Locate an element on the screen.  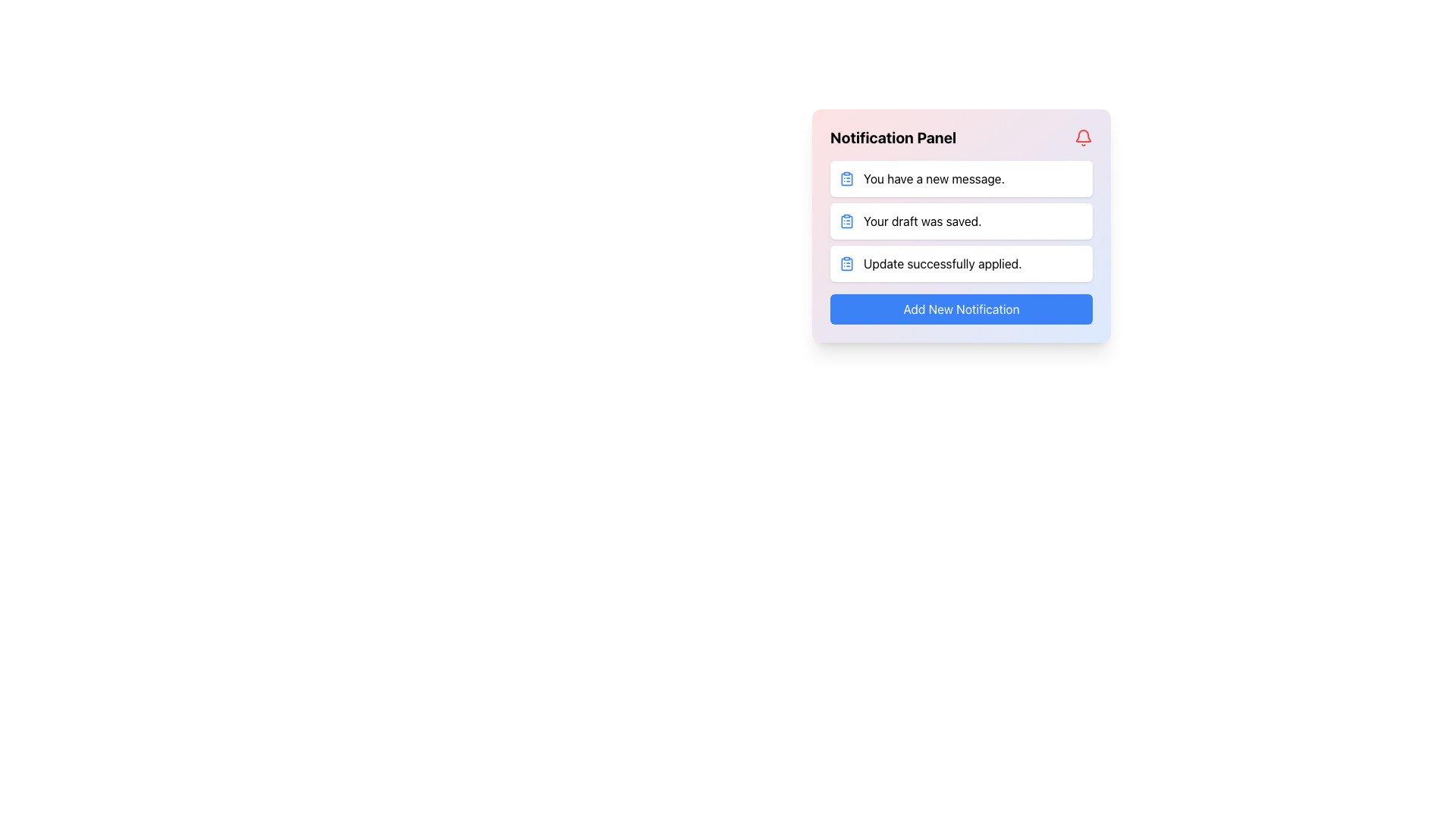
the second notification item in the notification panel that confirms the draft has been saved is located at coordinates (960, 221).